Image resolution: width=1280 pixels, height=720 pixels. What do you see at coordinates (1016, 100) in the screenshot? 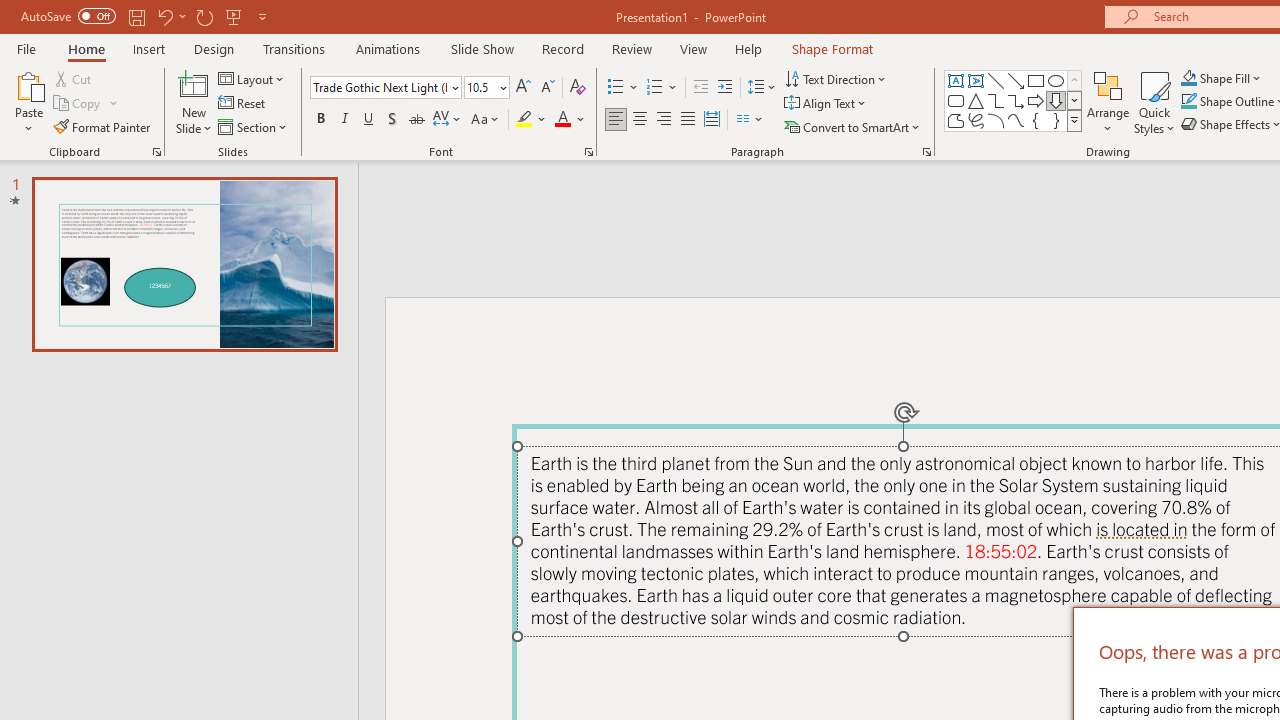
I see `'Connector: Elbow Arrow'` at bounding box center [1016, 100].